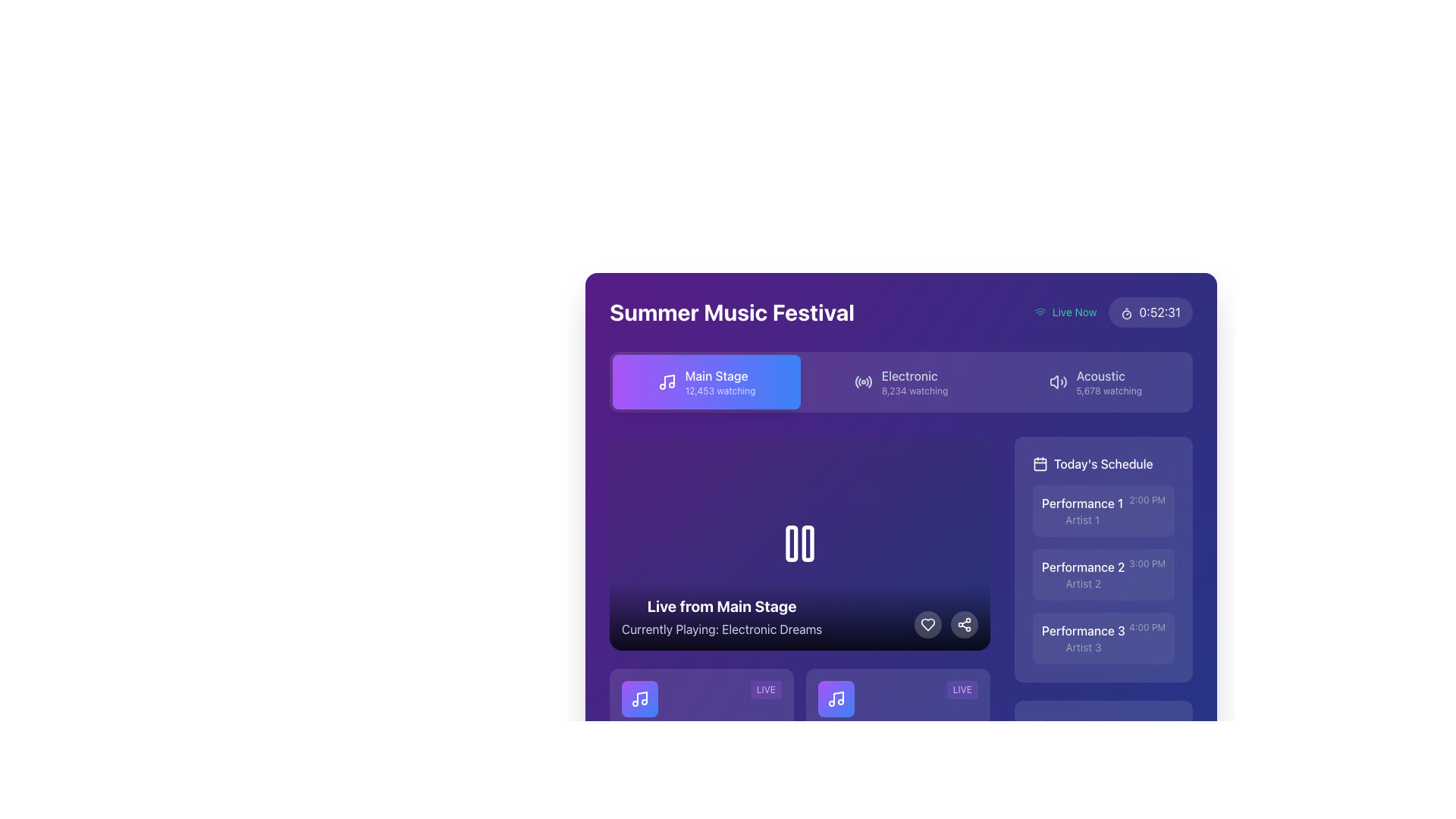 This screenshot has width=1456, height=819. Describe the element at coordinates (1082, 583) in the screenshot. I see `the Text Label indicating the artist associated with 'Performance 2' located in the 'Today's Schedule' section` at that location.